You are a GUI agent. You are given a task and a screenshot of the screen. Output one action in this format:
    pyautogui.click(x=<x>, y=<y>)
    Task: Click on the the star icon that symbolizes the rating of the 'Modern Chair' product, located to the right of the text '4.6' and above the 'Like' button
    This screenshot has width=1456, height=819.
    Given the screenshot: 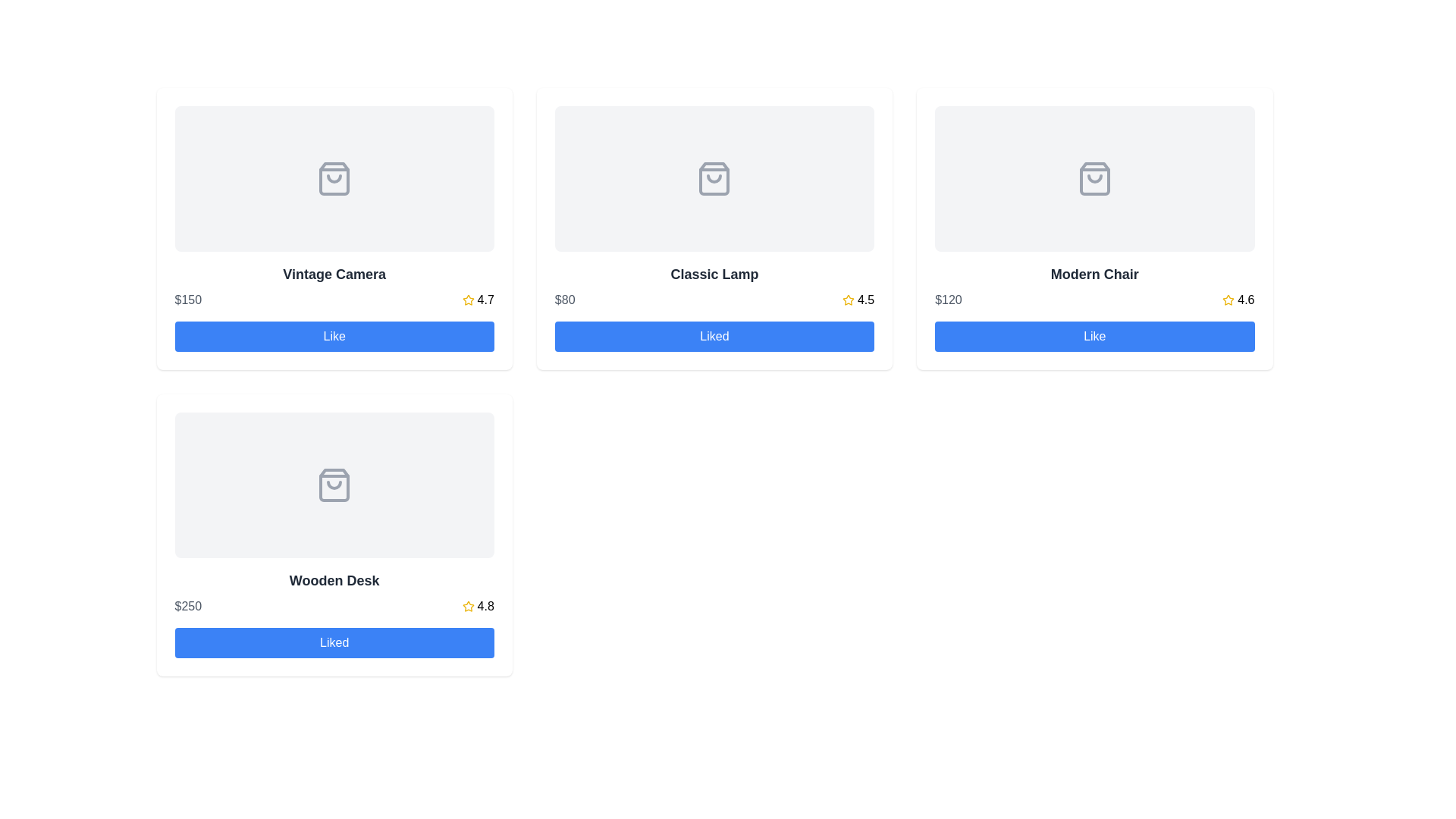 What is the action you would take?
    pyautogui.click(x=1228, y=300)
    